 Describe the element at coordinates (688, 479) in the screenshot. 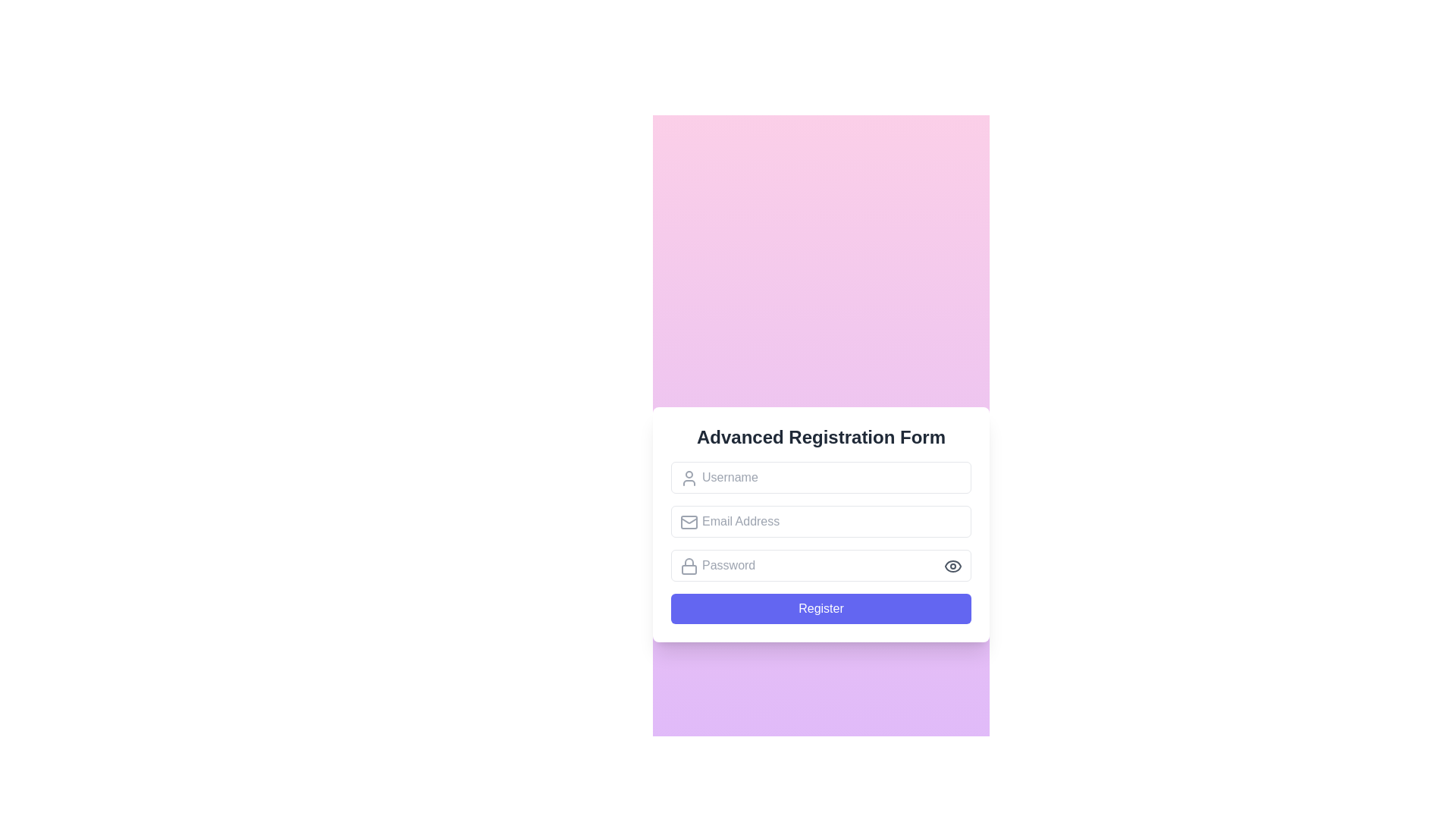

I see `the outlined user icon, which is light gray and located to the left of the username input field` at that location.